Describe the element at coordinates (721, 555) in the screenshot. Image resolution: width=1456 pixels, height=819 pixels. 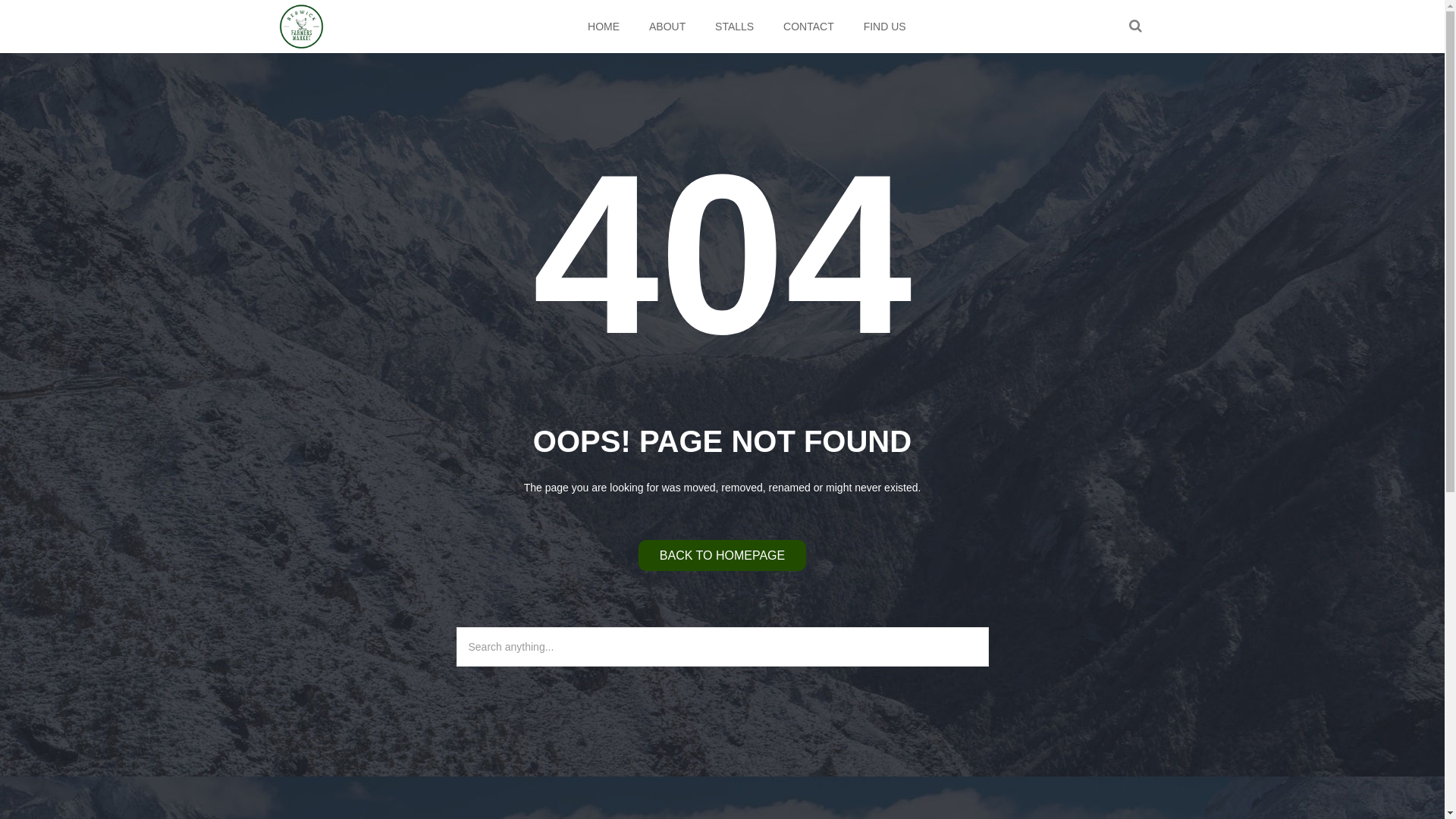
I see `'BACK TO HOMEPAGE'` at that location.